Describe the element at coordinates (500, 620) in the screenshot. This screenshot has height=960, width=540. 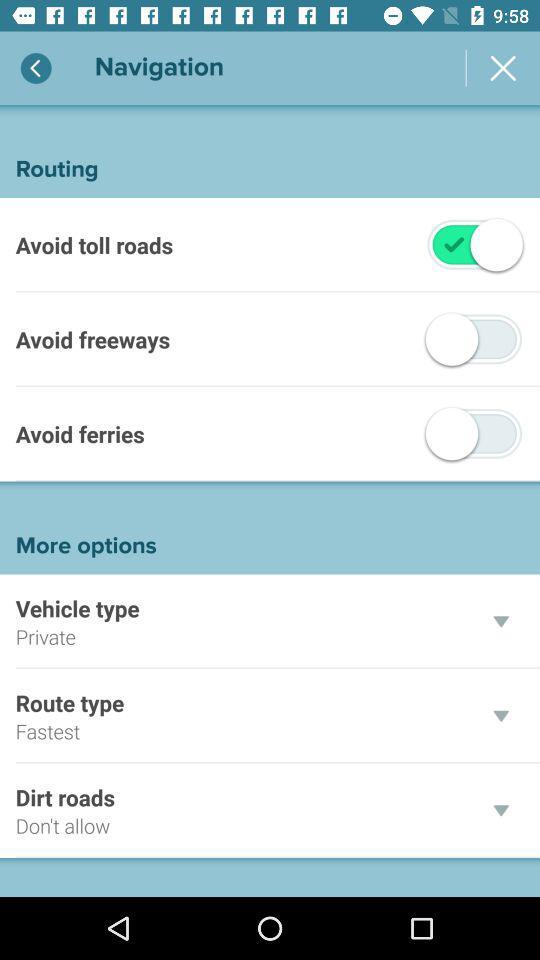
I see `the drop down for vehicle type` at that location.